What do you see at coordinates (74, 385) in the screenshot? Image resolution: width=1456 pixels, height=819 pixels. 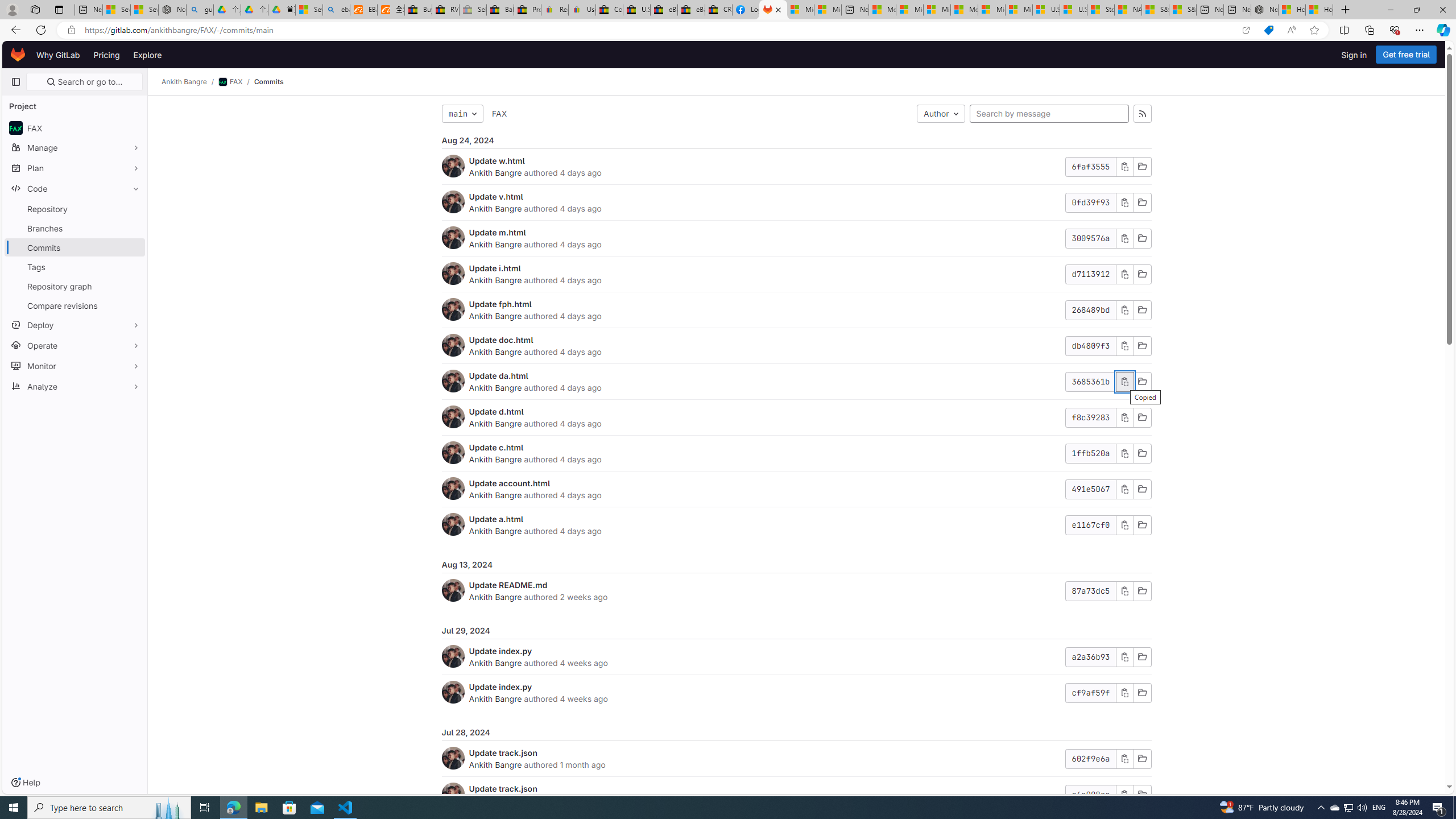 I see `'Analyze'` at bounding box center [74, 385].